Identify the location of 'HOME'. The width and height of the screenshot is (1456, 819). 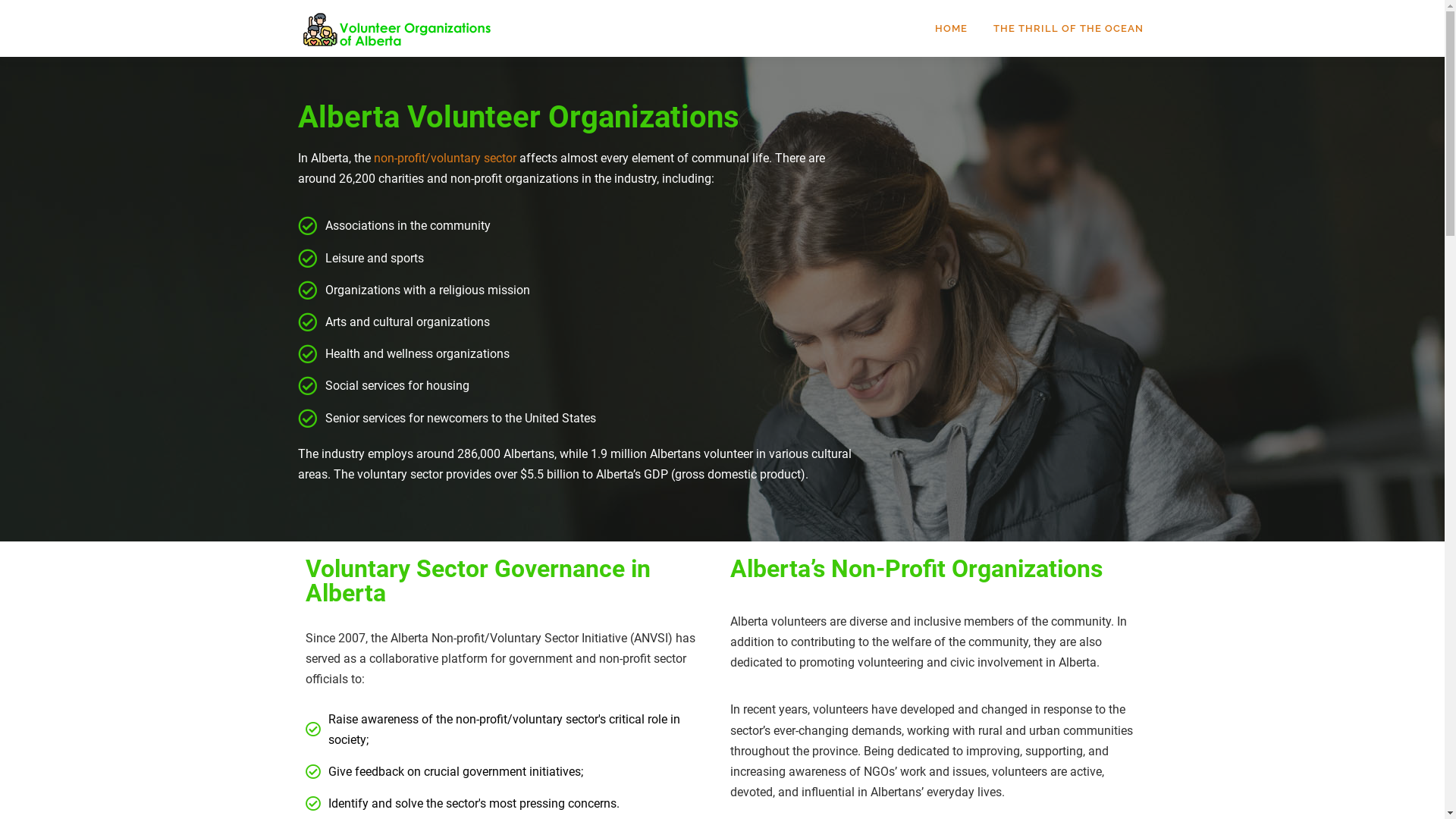
(950, 28).